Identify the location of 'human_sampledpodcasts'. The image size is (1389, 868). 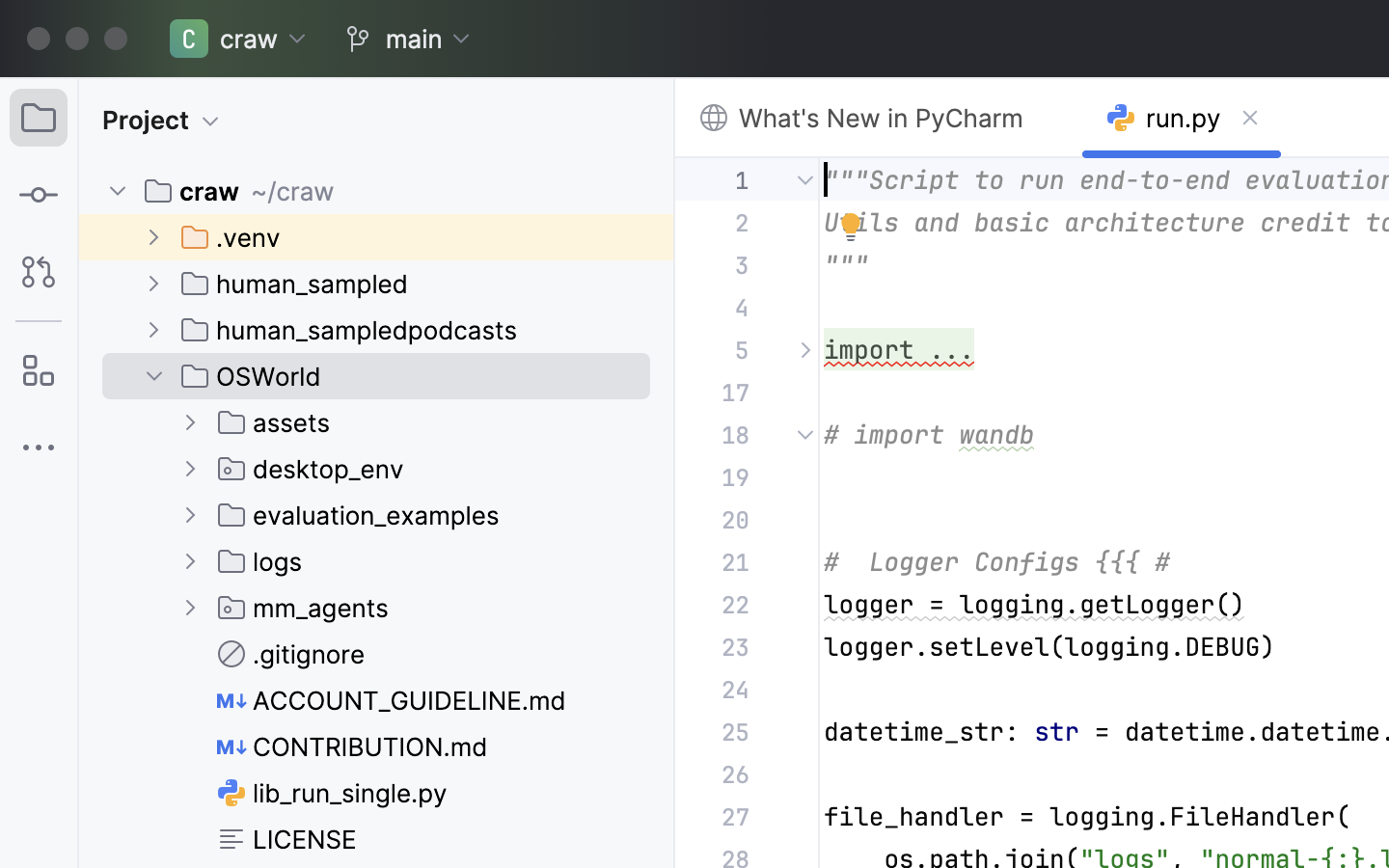
(349, 330).